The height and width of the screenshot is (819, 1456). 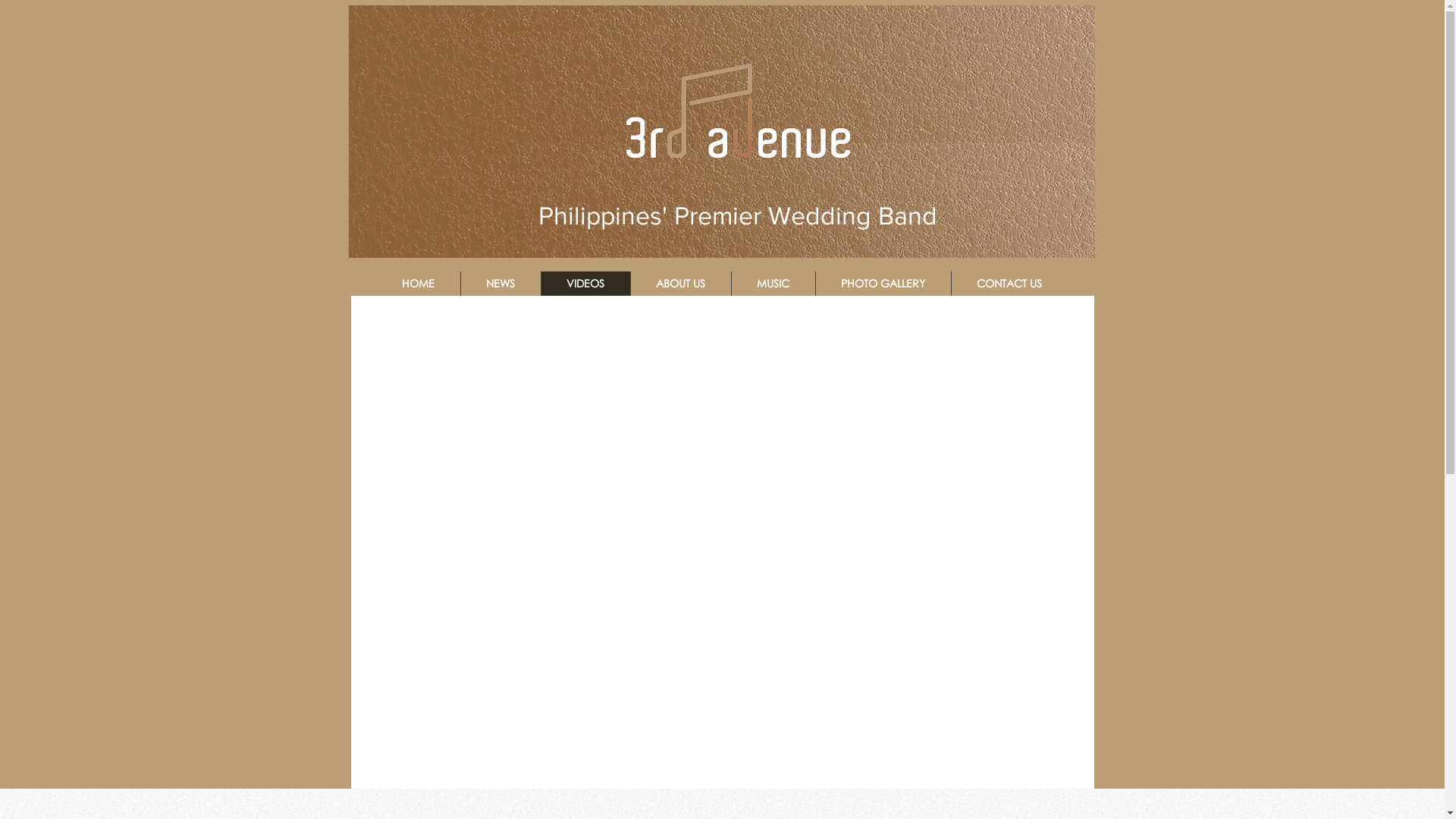 What do you see at coordinates (458, 284) in the screenshot?
I see `'NEWS'` at bounding box center [458, 284].